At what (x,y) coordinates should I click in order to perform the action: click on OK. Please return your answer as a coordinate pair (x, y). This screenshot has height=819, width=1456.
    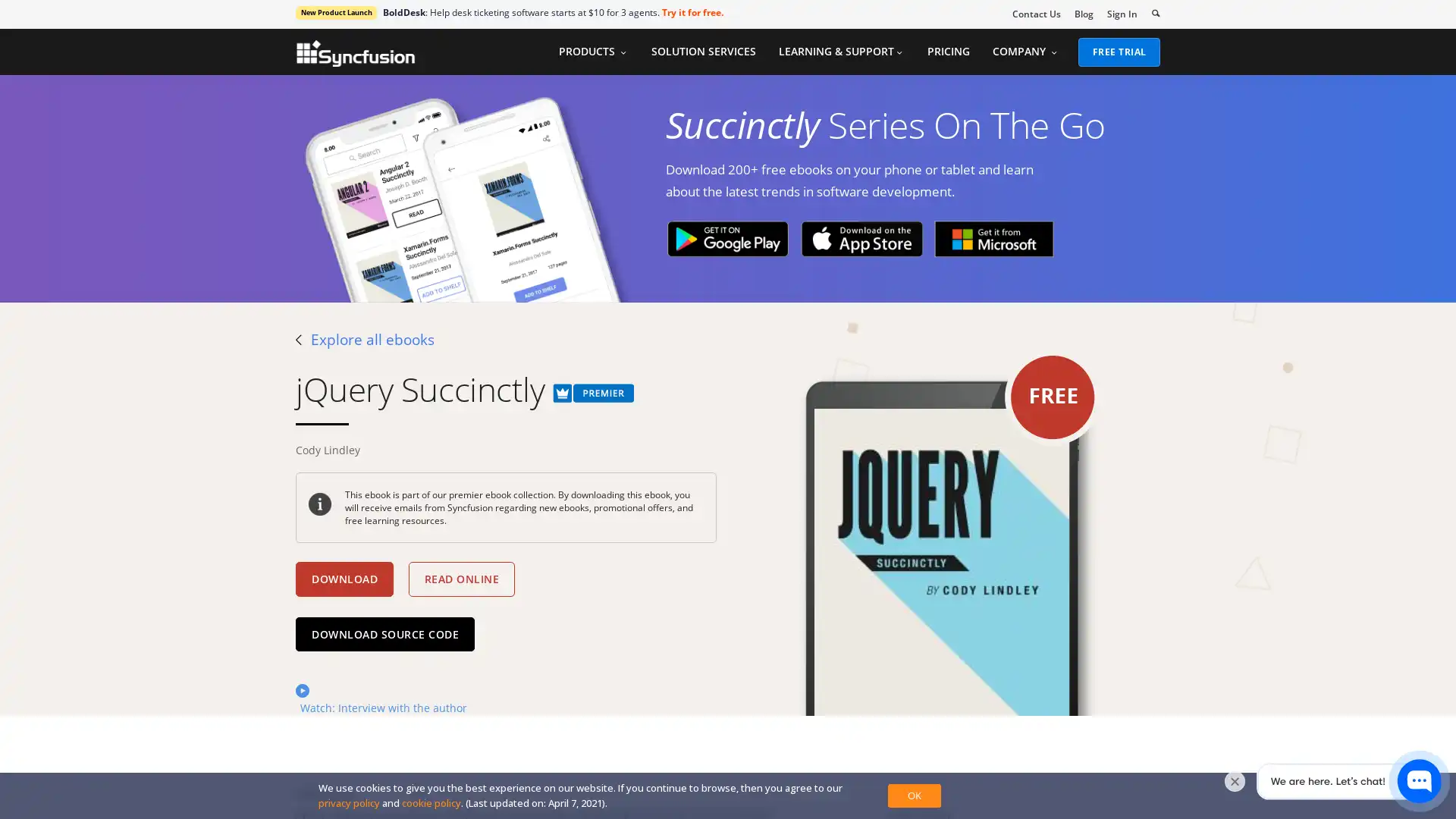
    Looking at the image, I should click on (913, 795).